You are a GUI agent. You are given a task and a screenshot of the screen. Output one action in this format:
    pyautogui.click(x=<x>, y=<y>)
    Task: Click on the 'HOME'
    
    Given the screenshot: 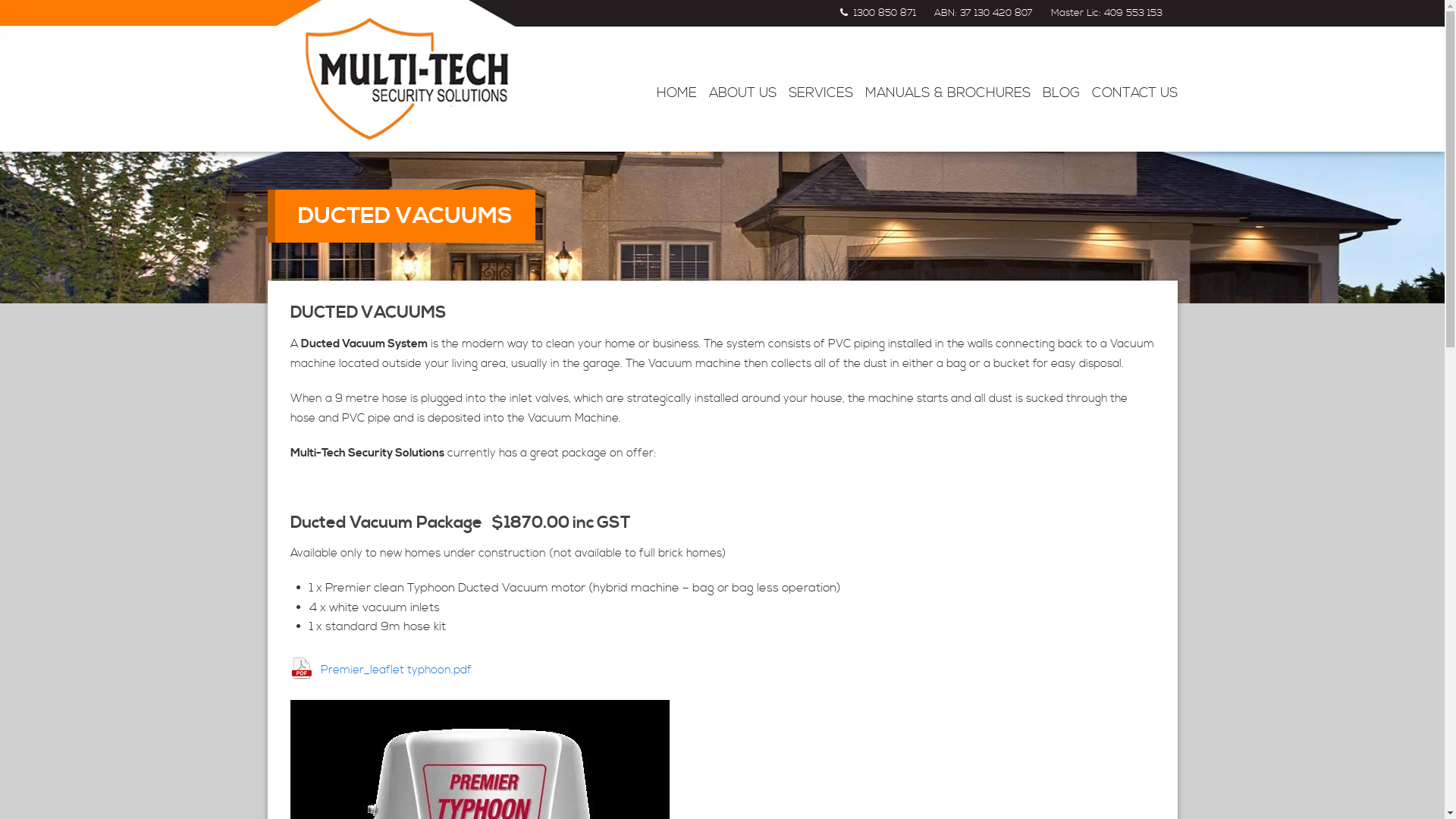 What is the action you would take?
    pyautogui.click(x=676, y=93)
    